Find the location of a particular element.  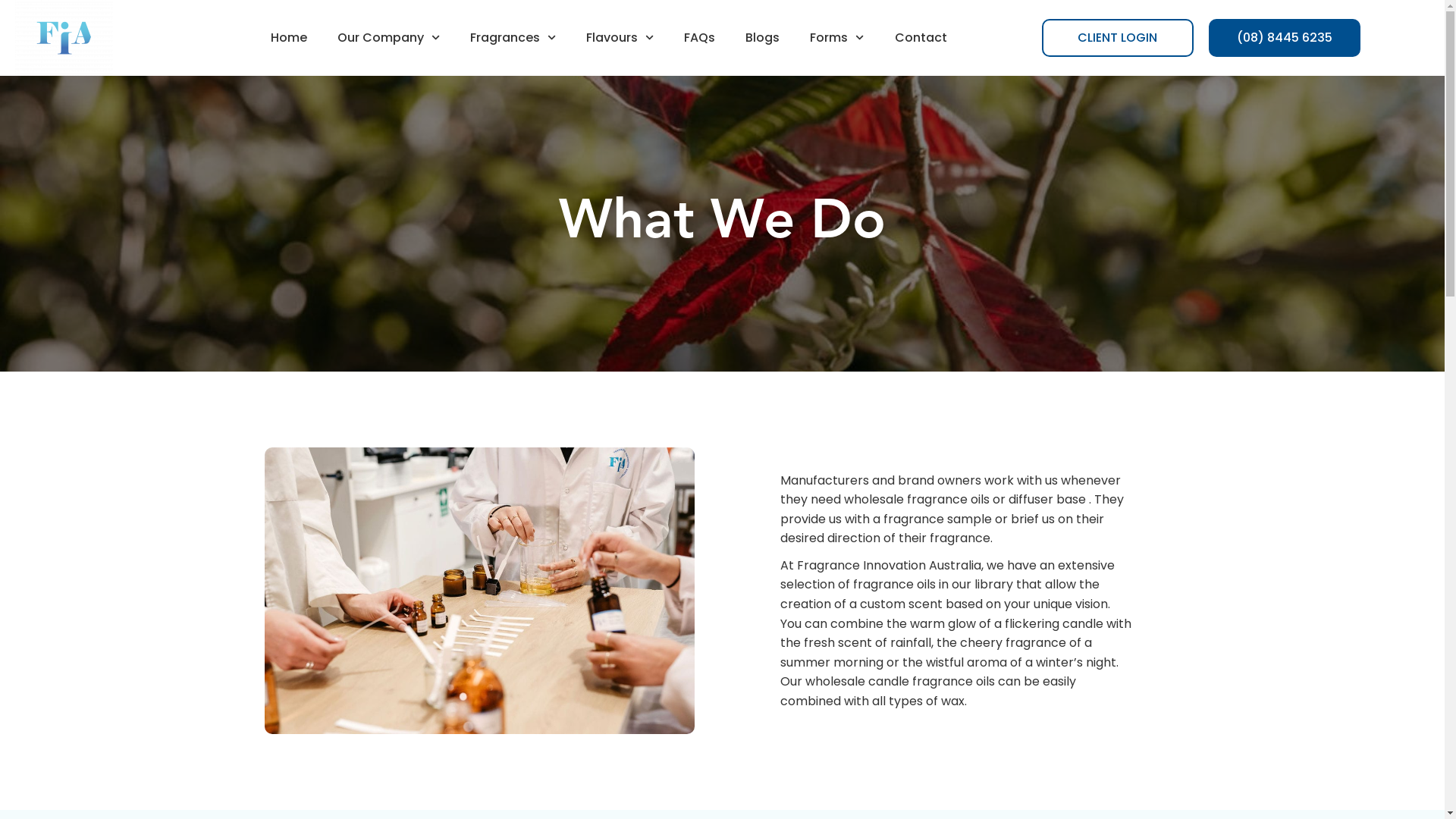

'Fragrances' is located at coordinates (513, 37).